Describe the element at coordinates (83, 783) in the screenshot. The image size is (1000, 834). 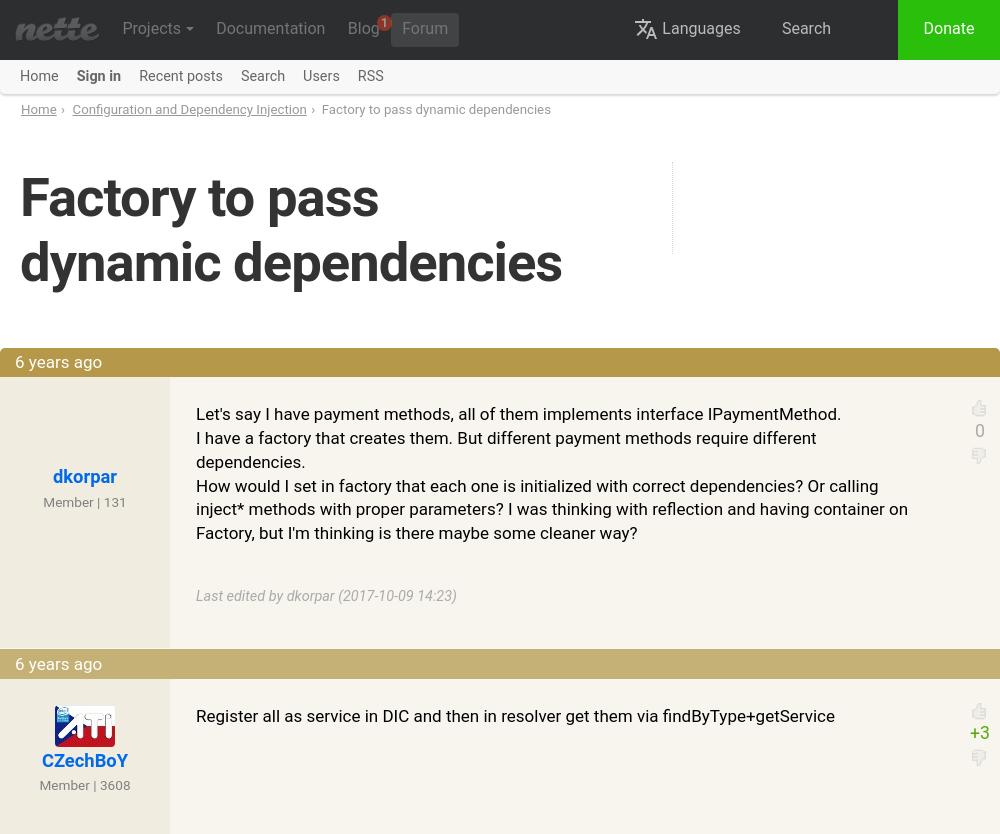
I see `'Member | 3608'` at that location.